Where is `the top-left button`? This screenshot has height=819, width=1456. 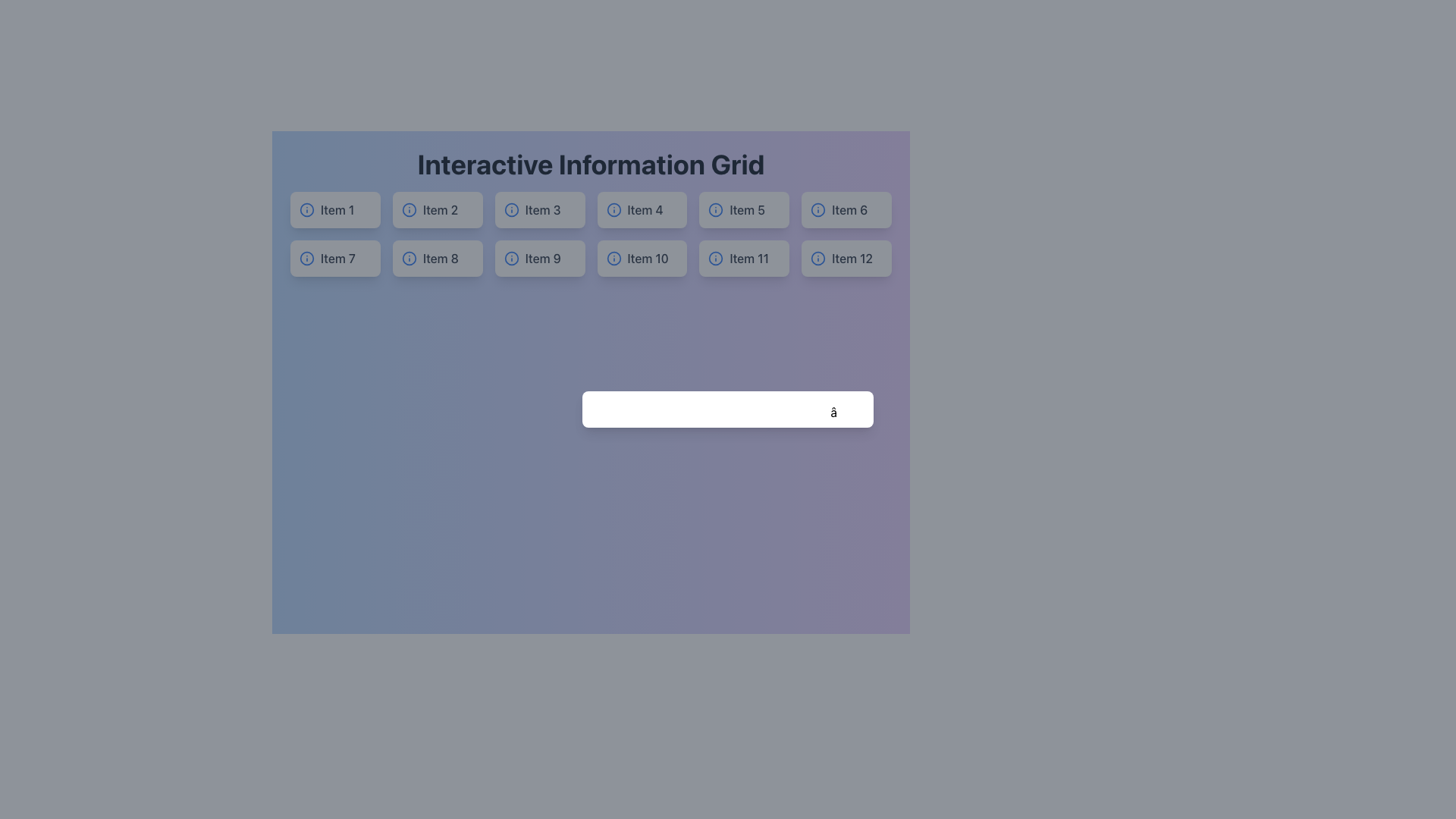
the top-left button is located at coordinates (334, 210).